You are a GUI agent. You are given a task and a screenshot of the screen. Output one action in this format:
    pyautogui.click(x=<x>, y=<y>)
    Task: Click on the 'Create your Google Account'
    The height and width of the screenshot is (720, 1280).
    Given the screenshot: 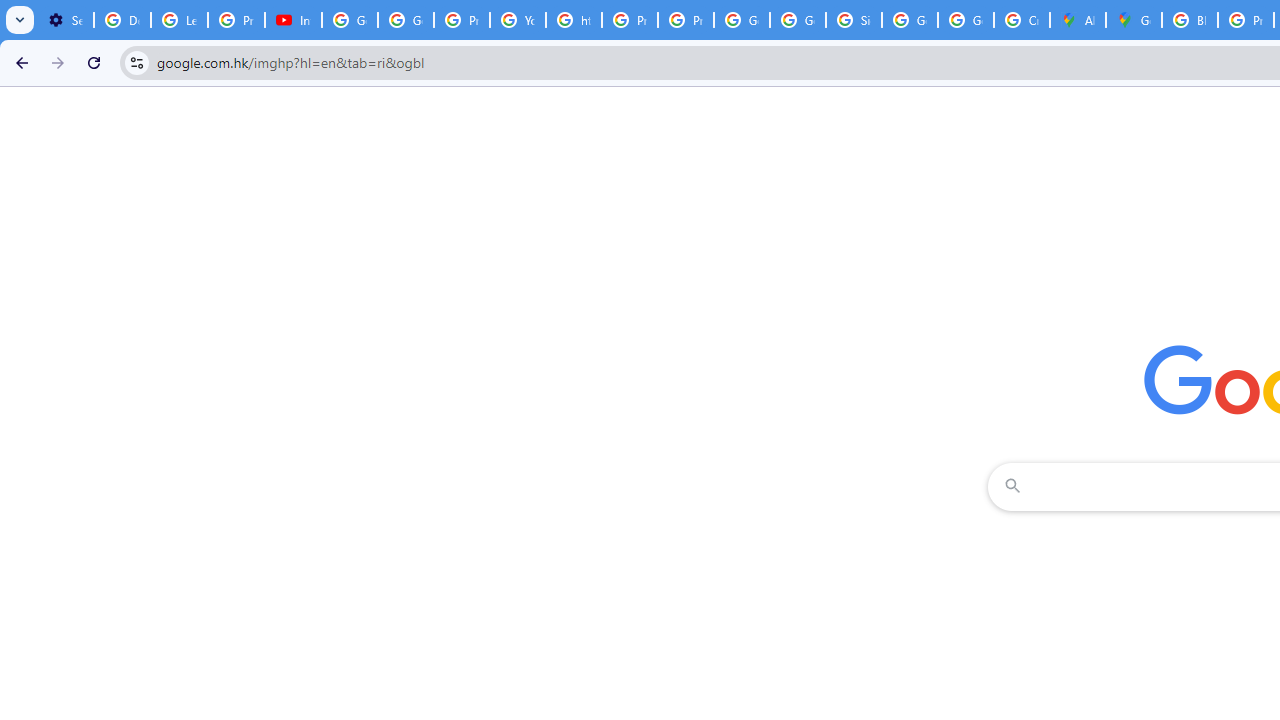 What is the action you would take?
    pyautogui.click(x=1022, y=20)
    